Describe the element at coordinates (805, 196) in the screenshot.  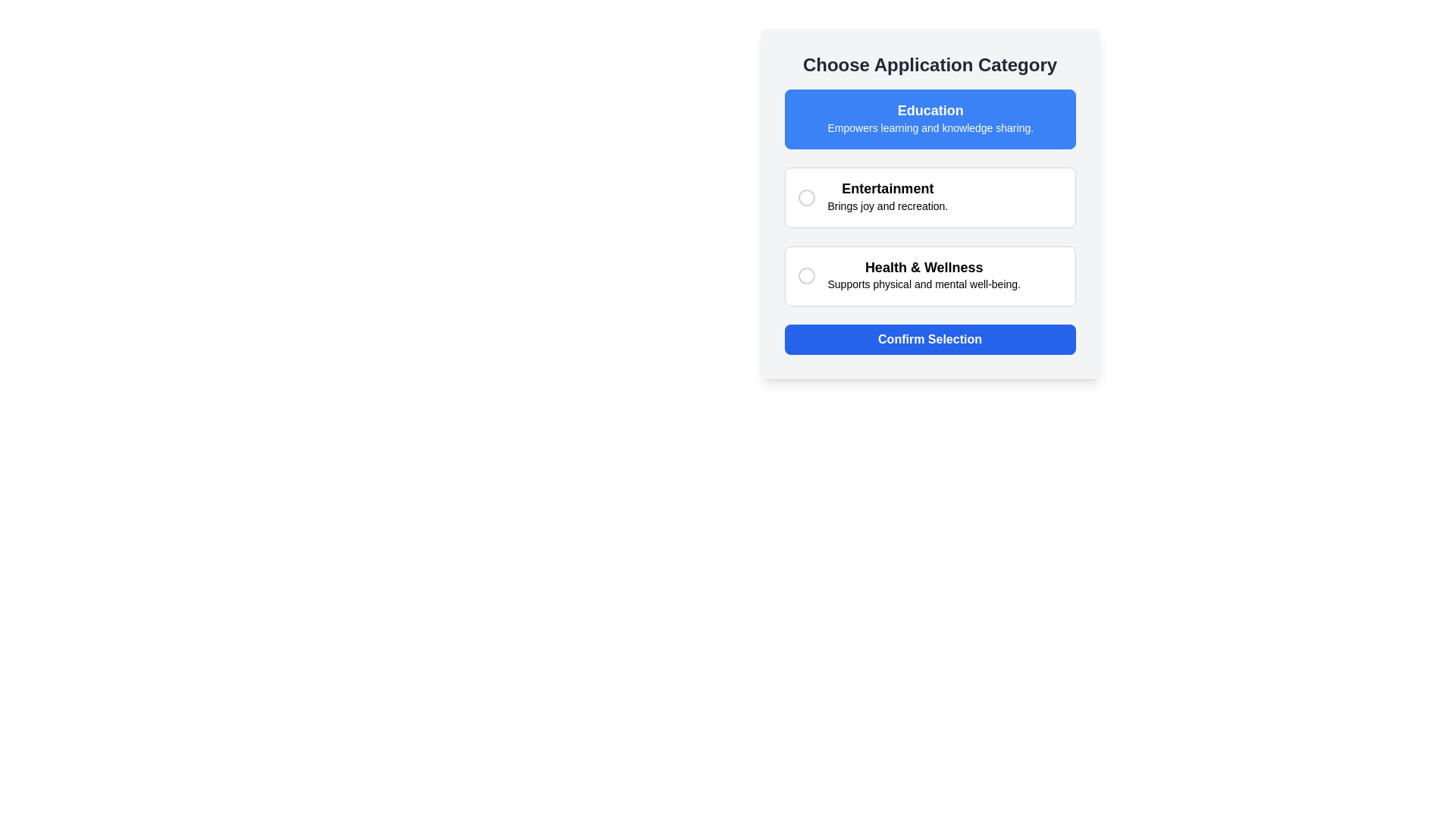
I see `the SVG ellipse or circle icon associated with the 'Entertainment' category, located in the second item of the vertical list of options` at that location.